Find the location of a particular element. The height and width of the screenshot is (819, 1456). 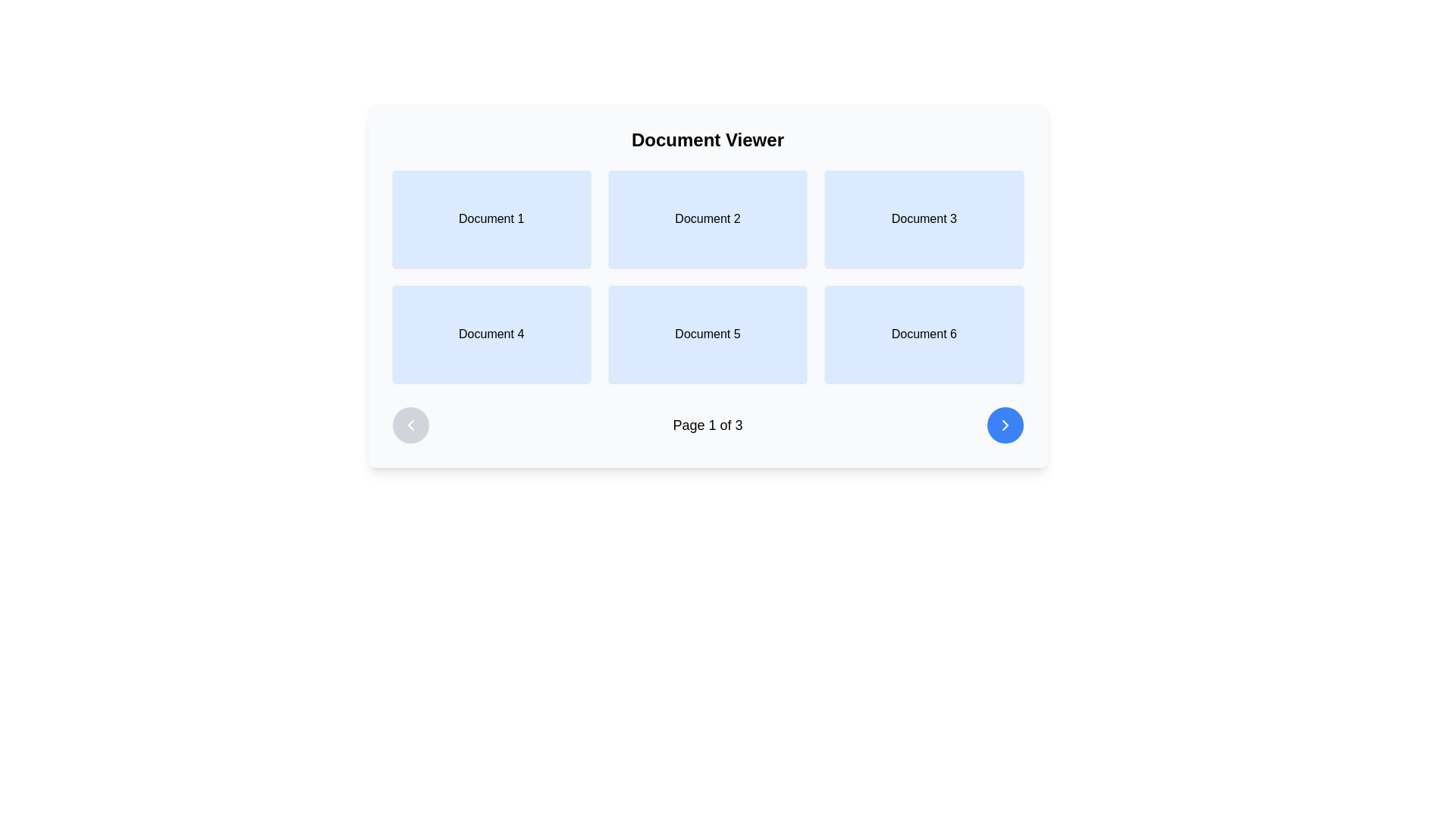

the rounded blue button with a white chevron pointing to the right is located at coordinates (1005, 425).